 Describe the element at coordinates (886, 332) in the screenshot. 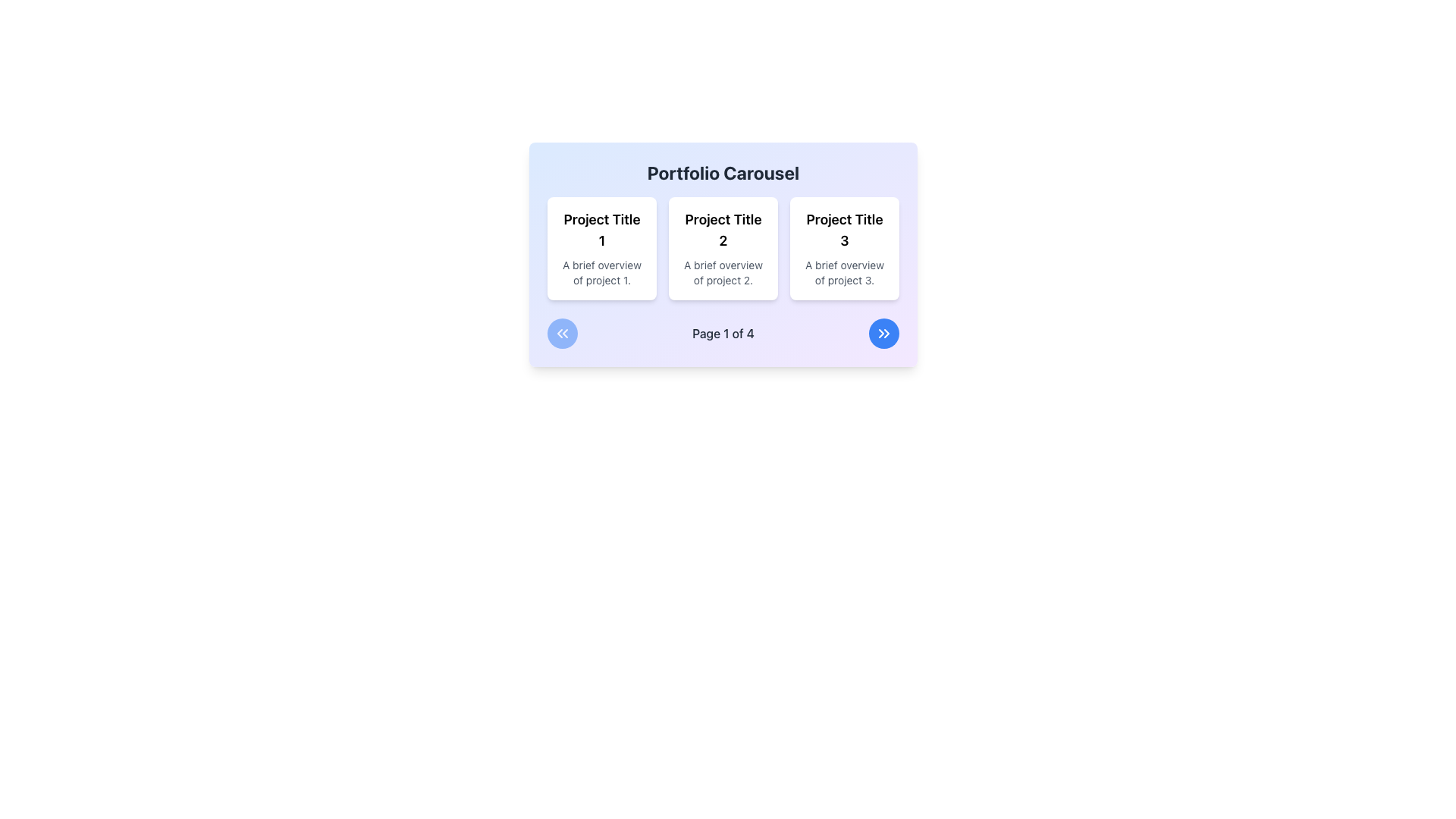

I see `the second right-facing chevron icon within the navigation button area on the right side of the portfolio carousel` at that location.